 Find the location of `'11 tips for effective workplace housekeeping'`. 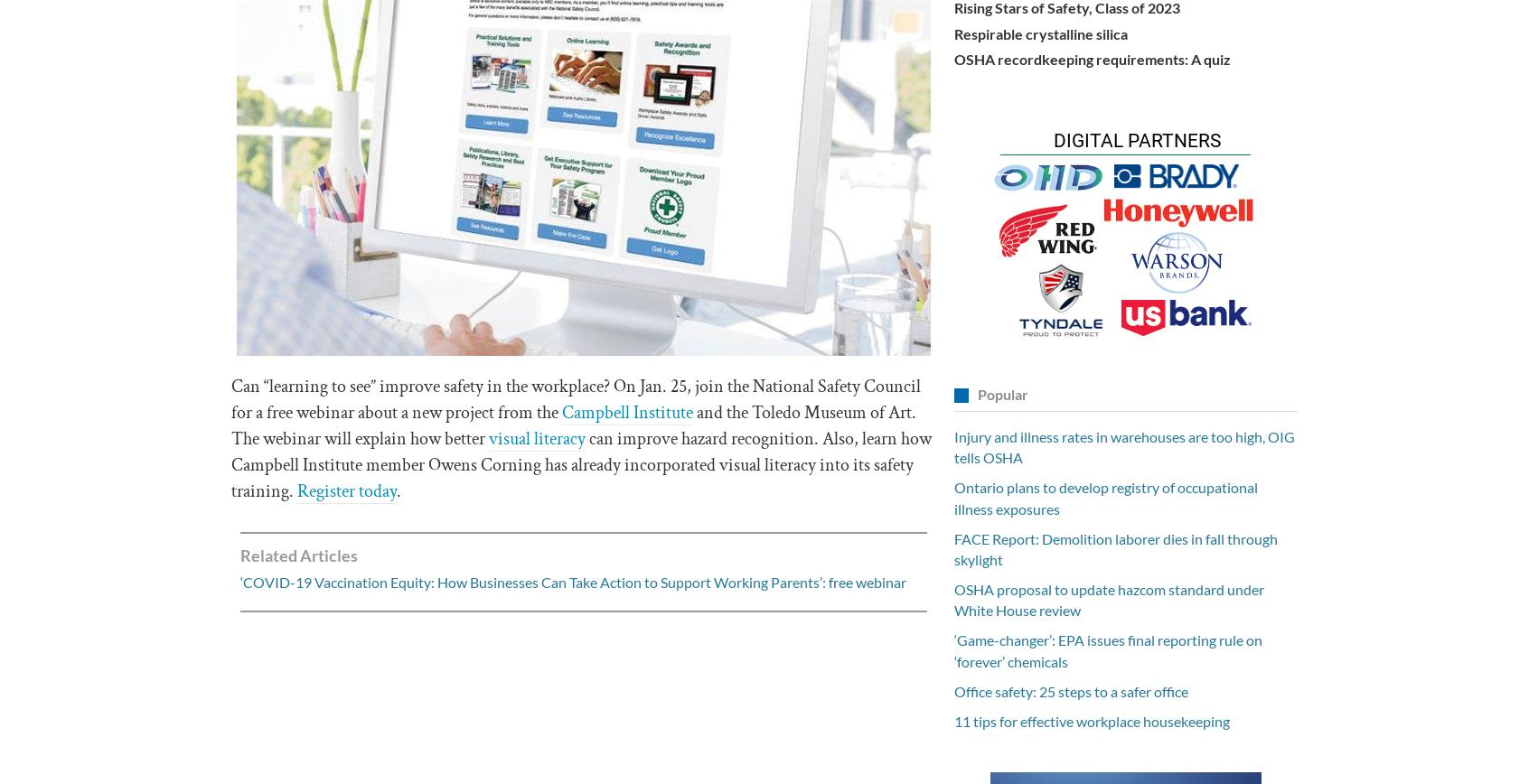

'11 tips for effective workplace housekeeping' is located at coordinates (1092, 721).